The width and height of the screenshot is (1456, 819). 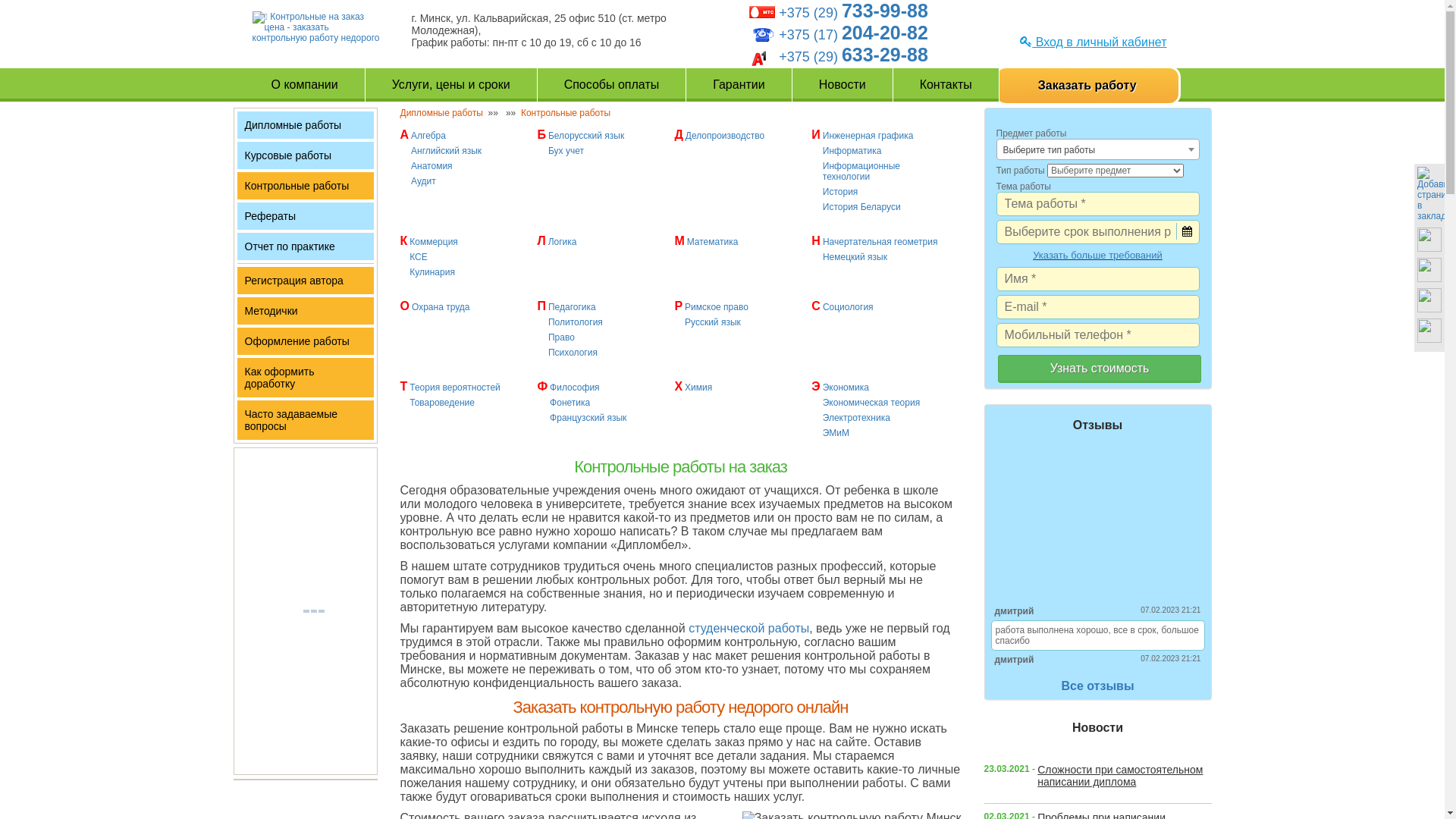 What do you see at coordinates (853, 55) in the screenshot?
I see `'+375 (29) 633-29-88'` at bounding box center [853, 55].